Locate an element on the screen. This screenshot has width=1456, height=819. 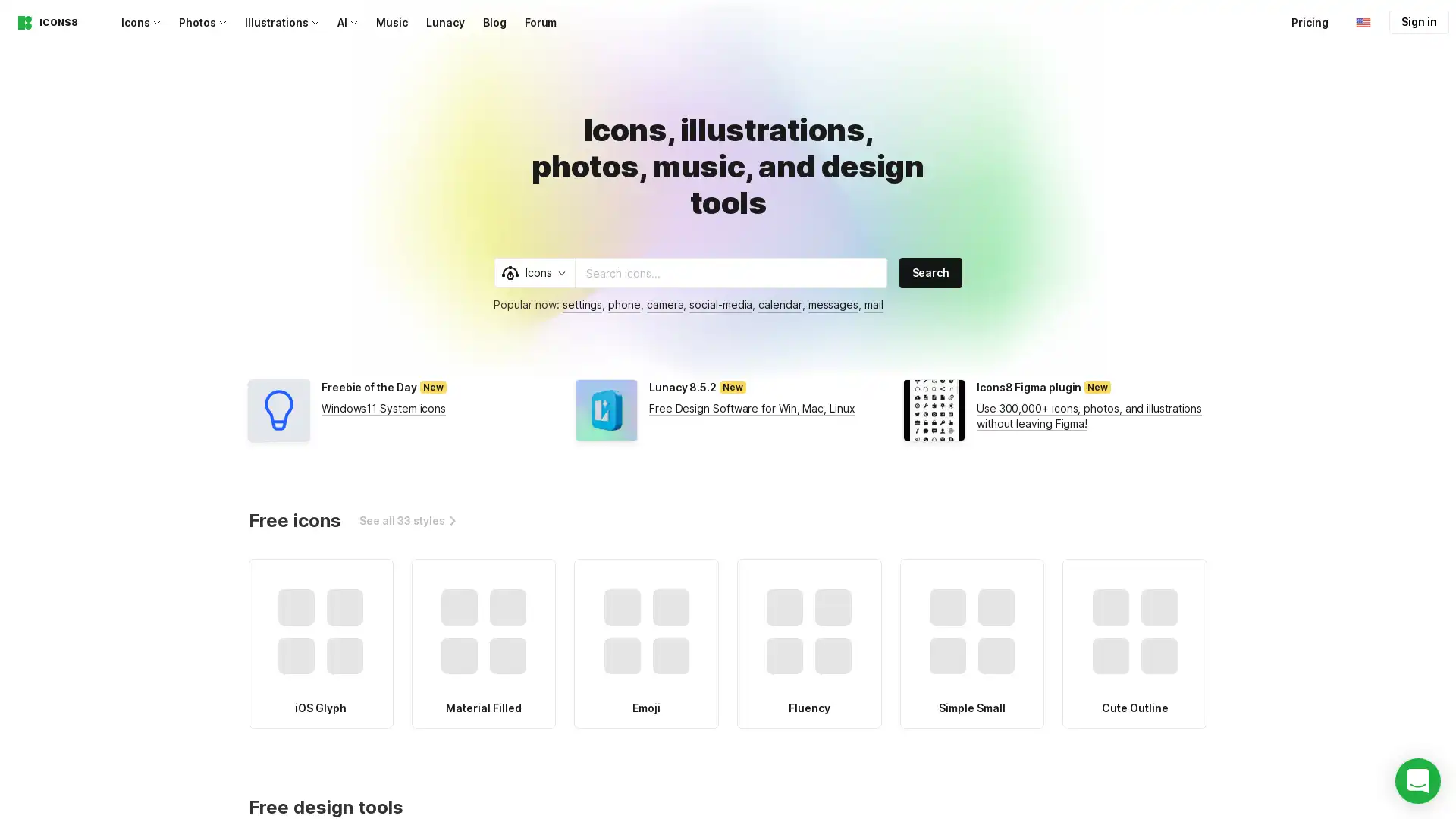
Sign in is located at coordinates (1418, 22).